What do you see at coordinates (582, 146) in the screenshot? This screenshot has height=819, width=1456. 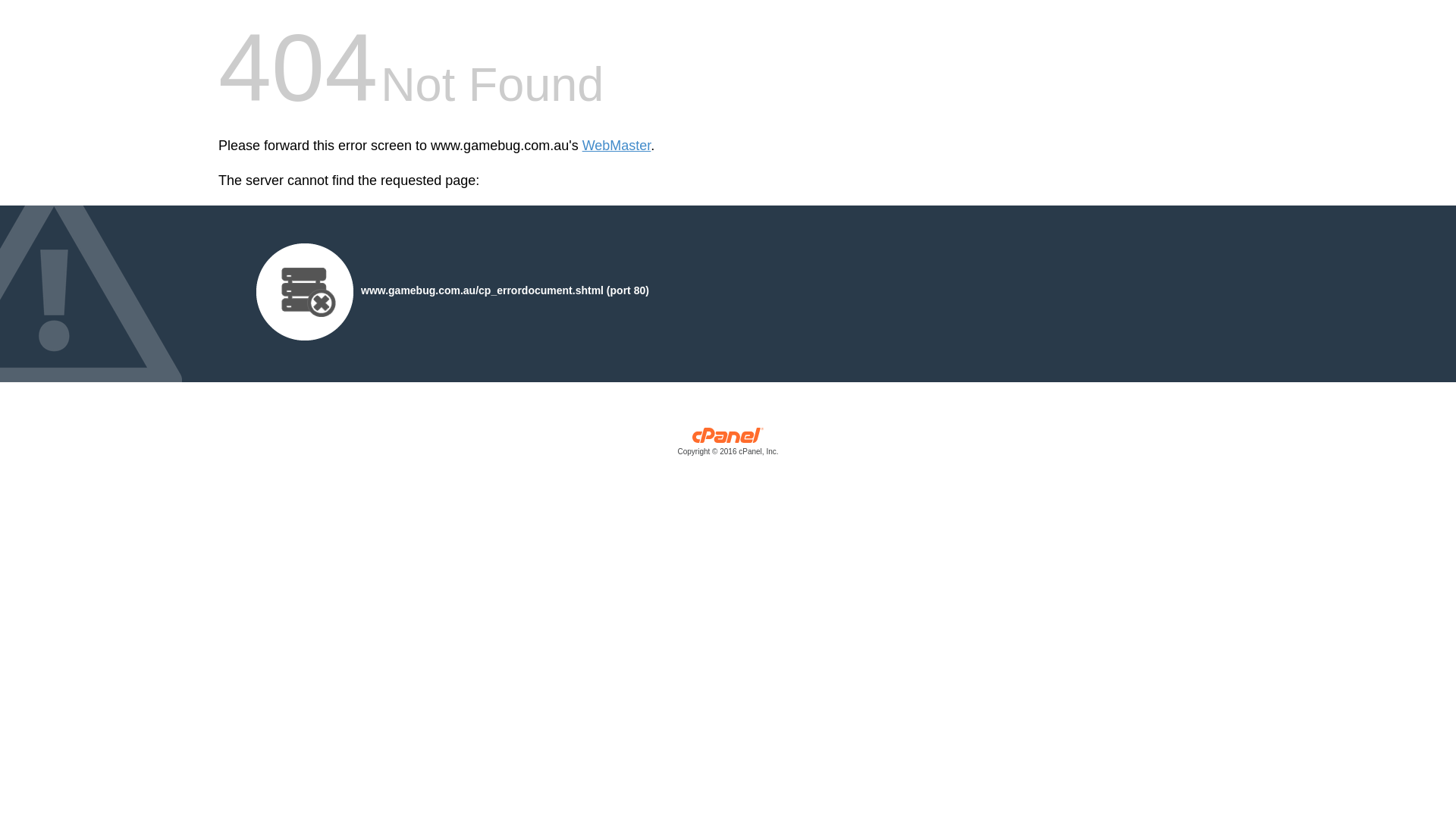 I see `'WebMaster'` at bounding box center [582, 146].